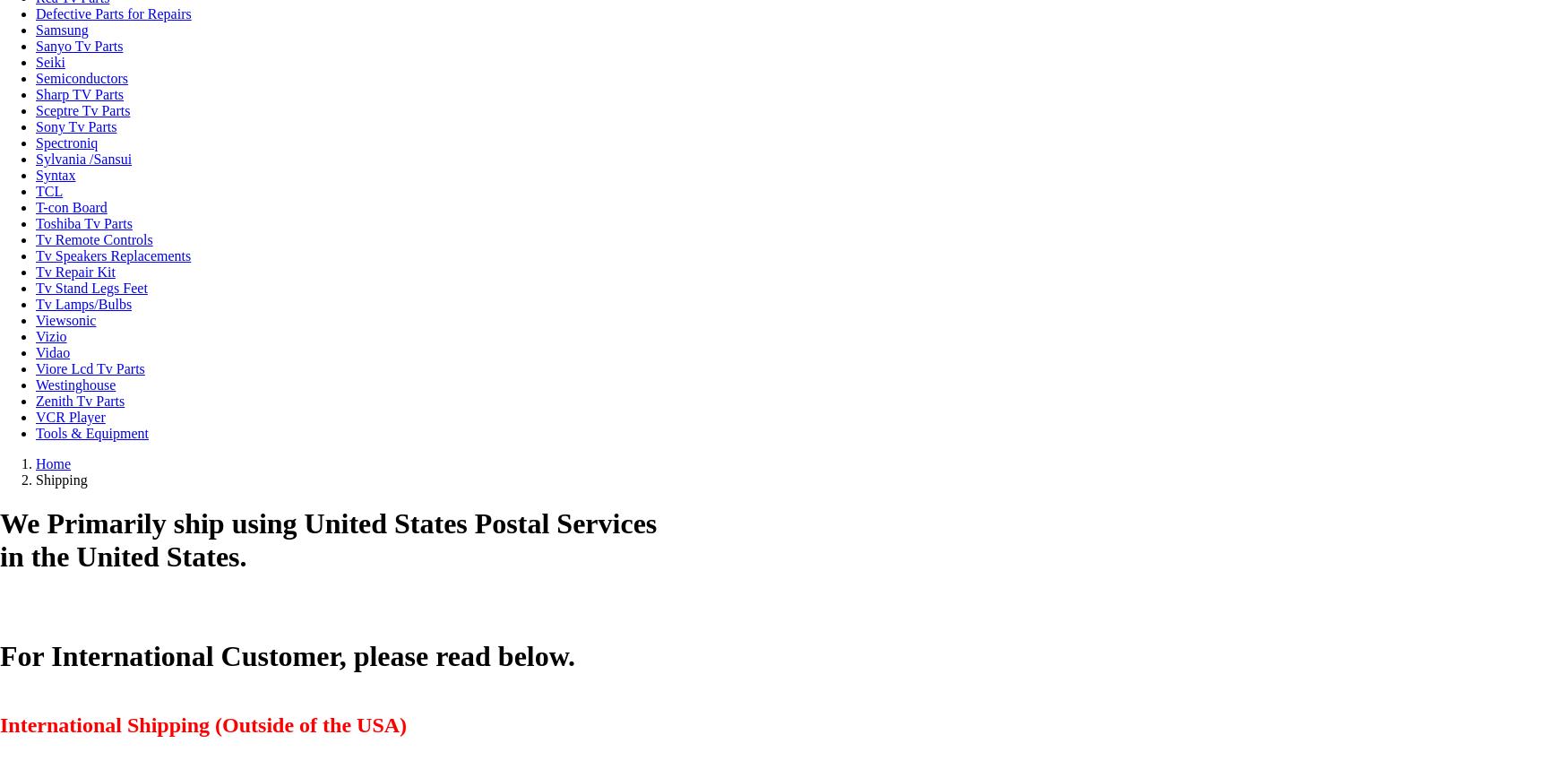  I want to click on 'Semiconductors', so click(82, 78).